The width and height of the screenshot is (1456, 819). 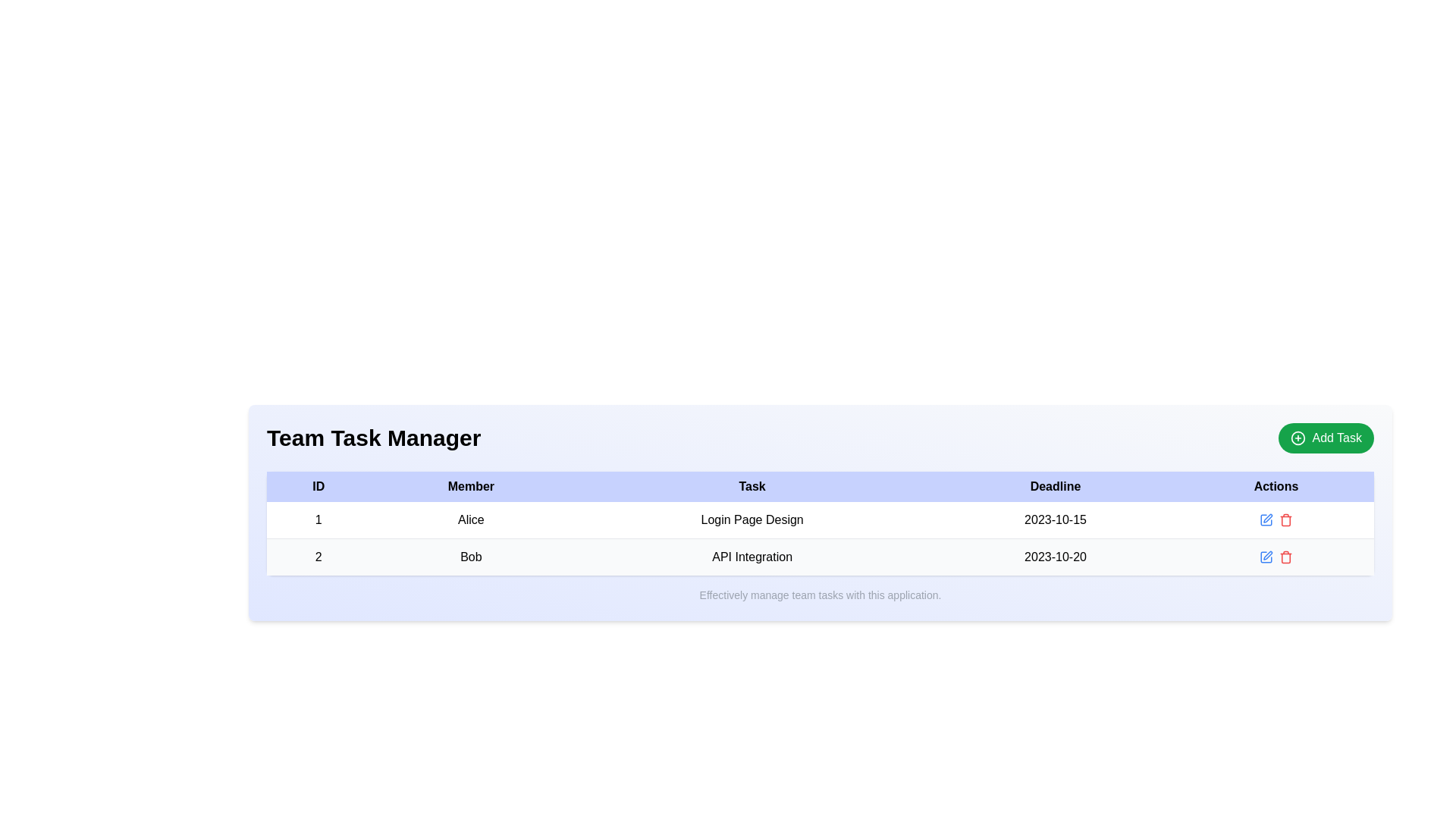 I want to click on the trash icon, so click(x=1285, y=520).